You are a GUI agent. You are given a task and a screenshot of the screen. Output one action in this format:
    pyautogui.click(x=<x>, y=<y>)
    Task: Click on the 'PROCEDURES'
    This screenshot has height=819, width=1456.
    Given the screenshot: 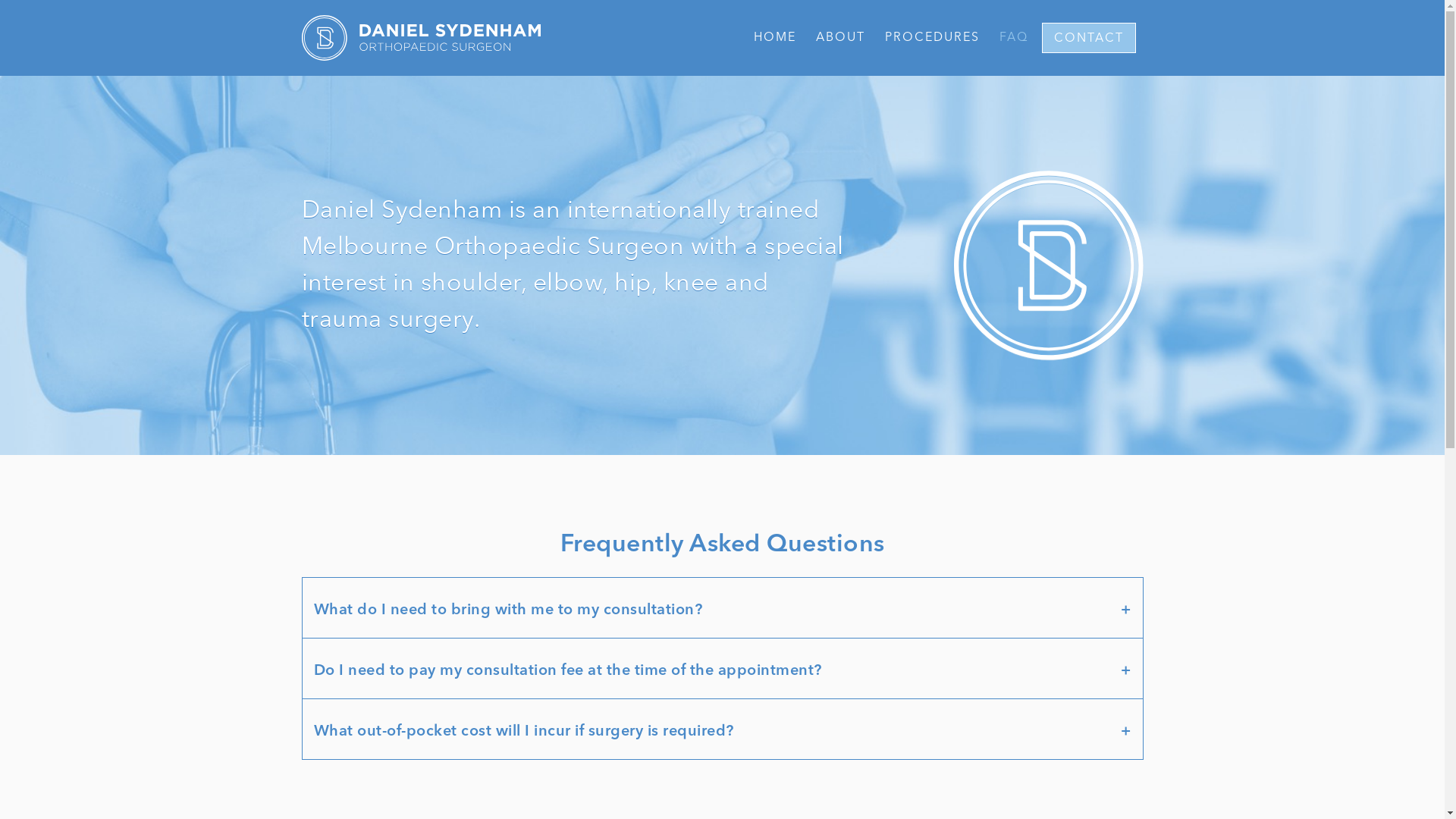 What is the action you would take?
    pyautogui.click(x=877, y=37)
    